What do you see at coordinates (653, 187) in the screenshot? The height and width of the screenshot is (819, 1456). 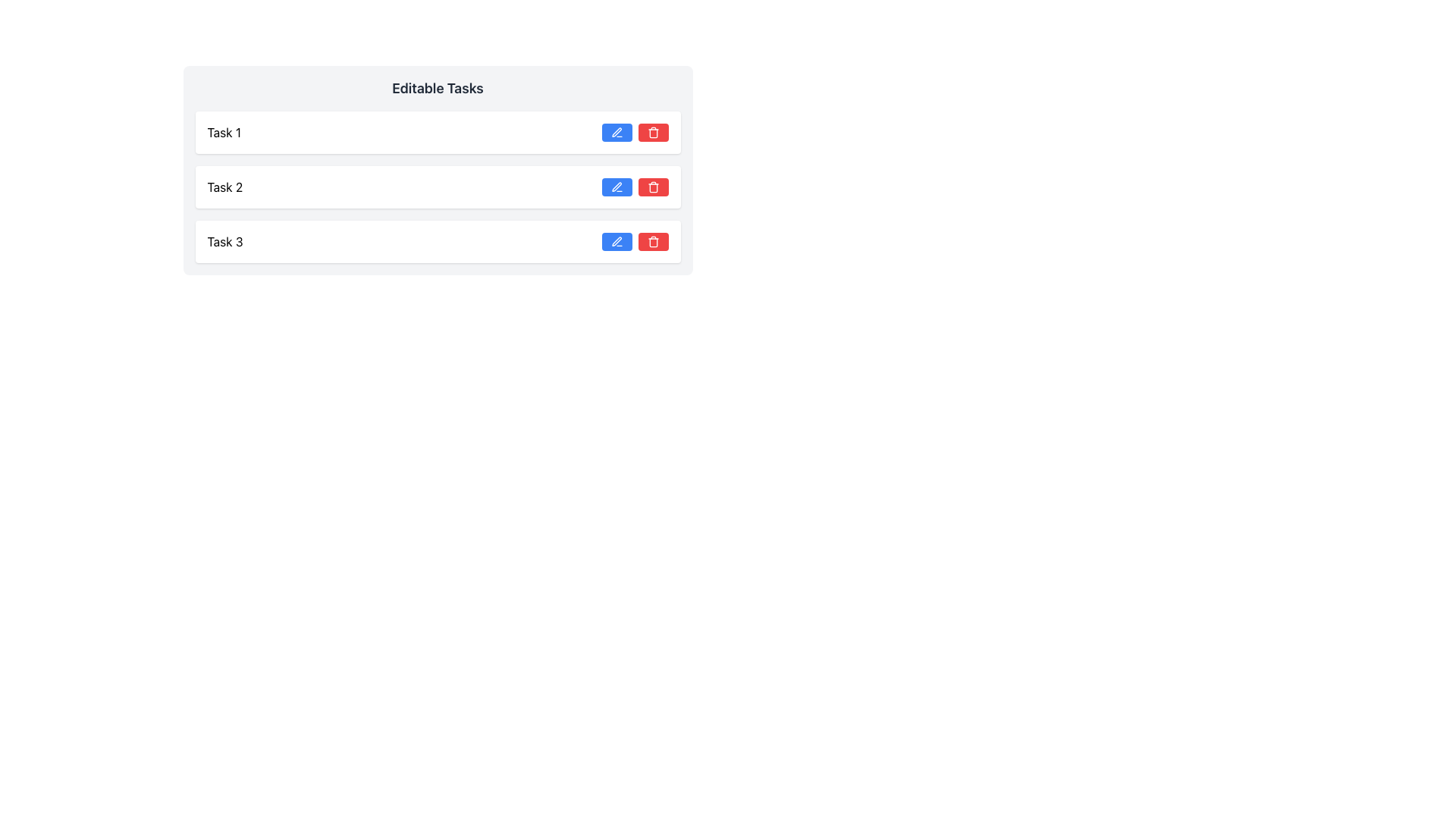 I see `the Trash Bin icon` at bounding box center [653, 187].